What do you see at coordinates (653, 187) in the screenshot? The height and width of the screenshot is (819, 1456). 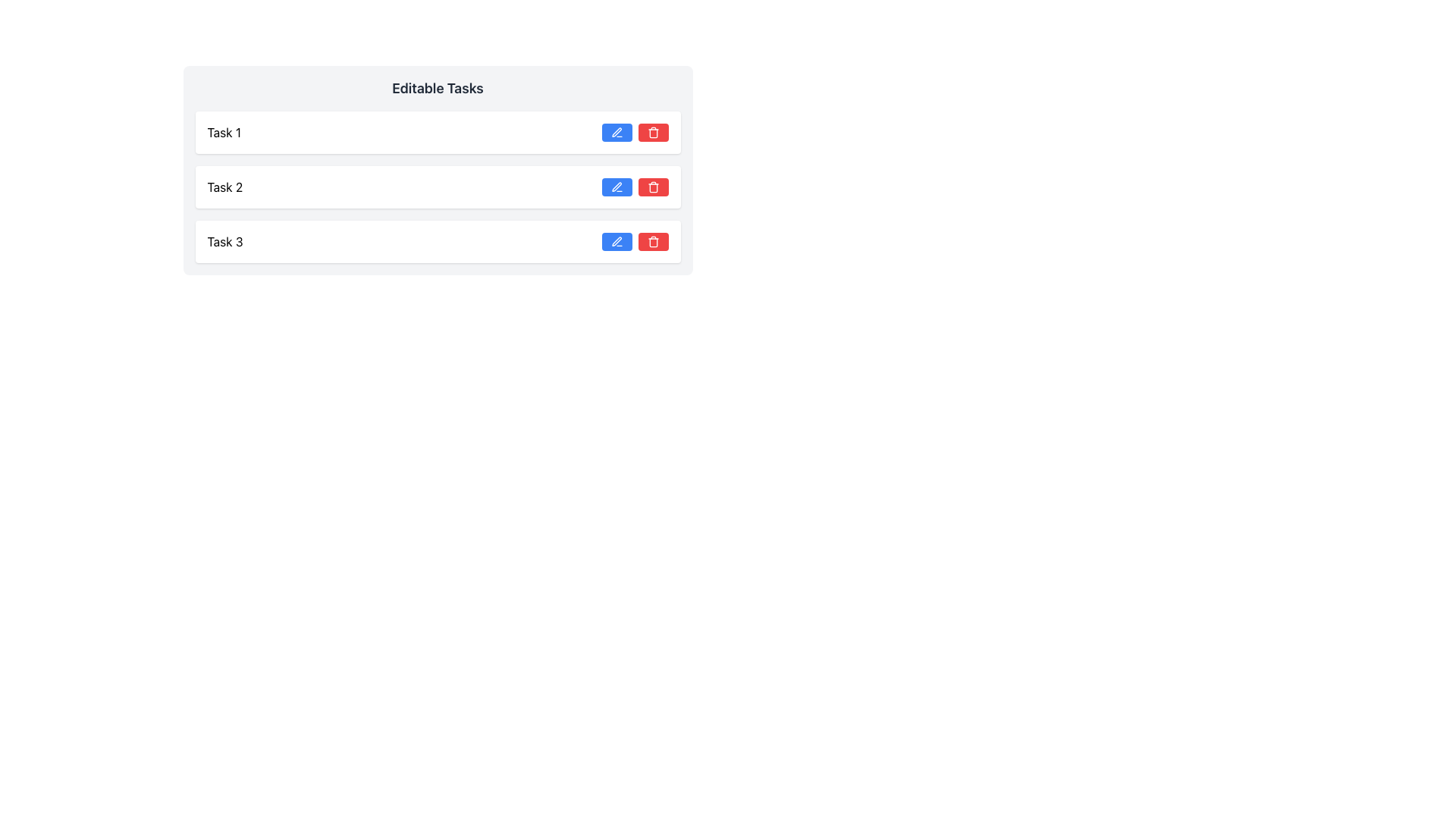 I see `the Trash Bin icon` at bounding box center [653, 187].